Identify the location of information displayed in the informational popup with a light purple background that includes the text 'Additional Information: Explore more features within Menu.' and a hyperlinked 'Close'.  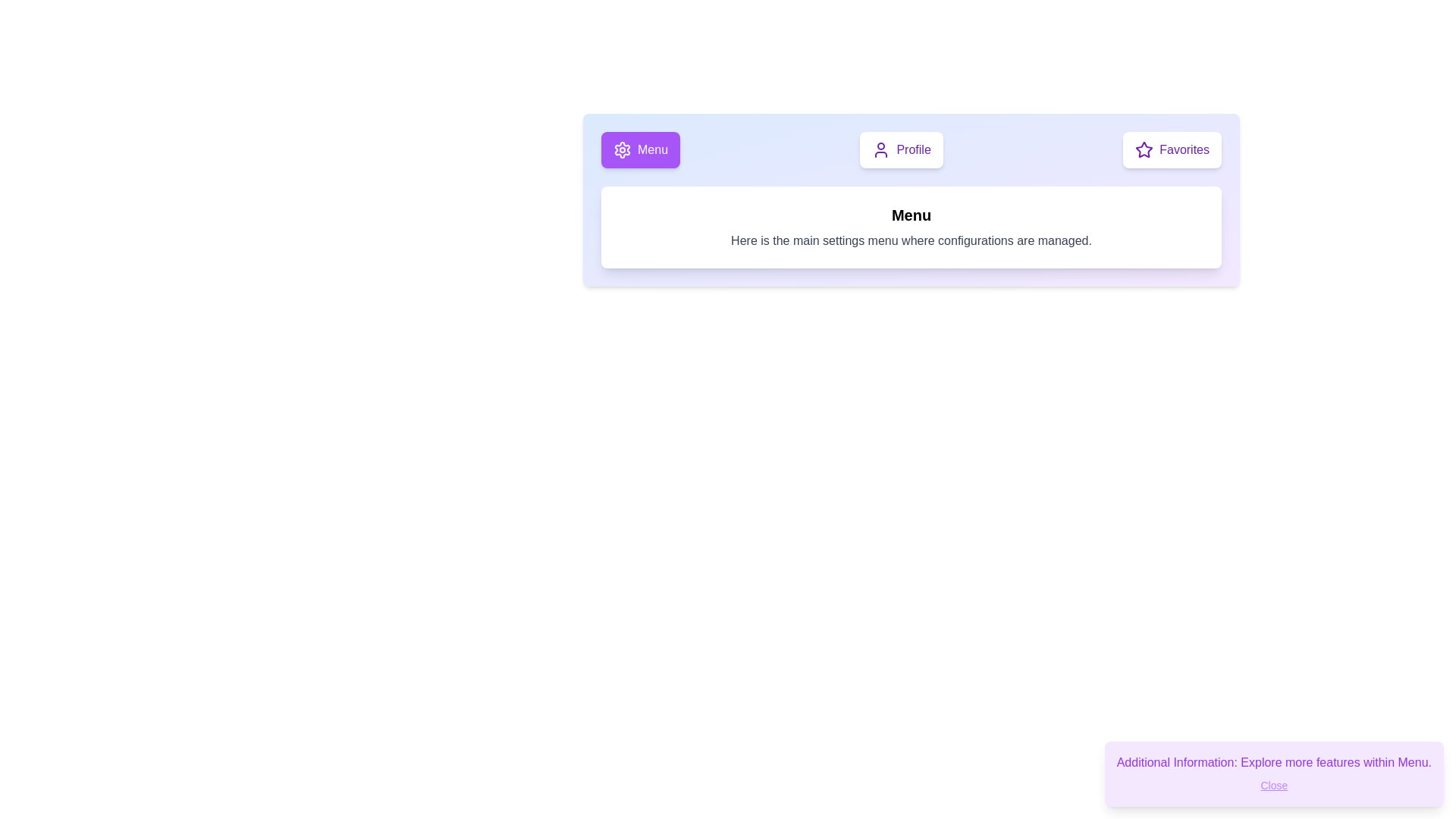
(1274, 774).